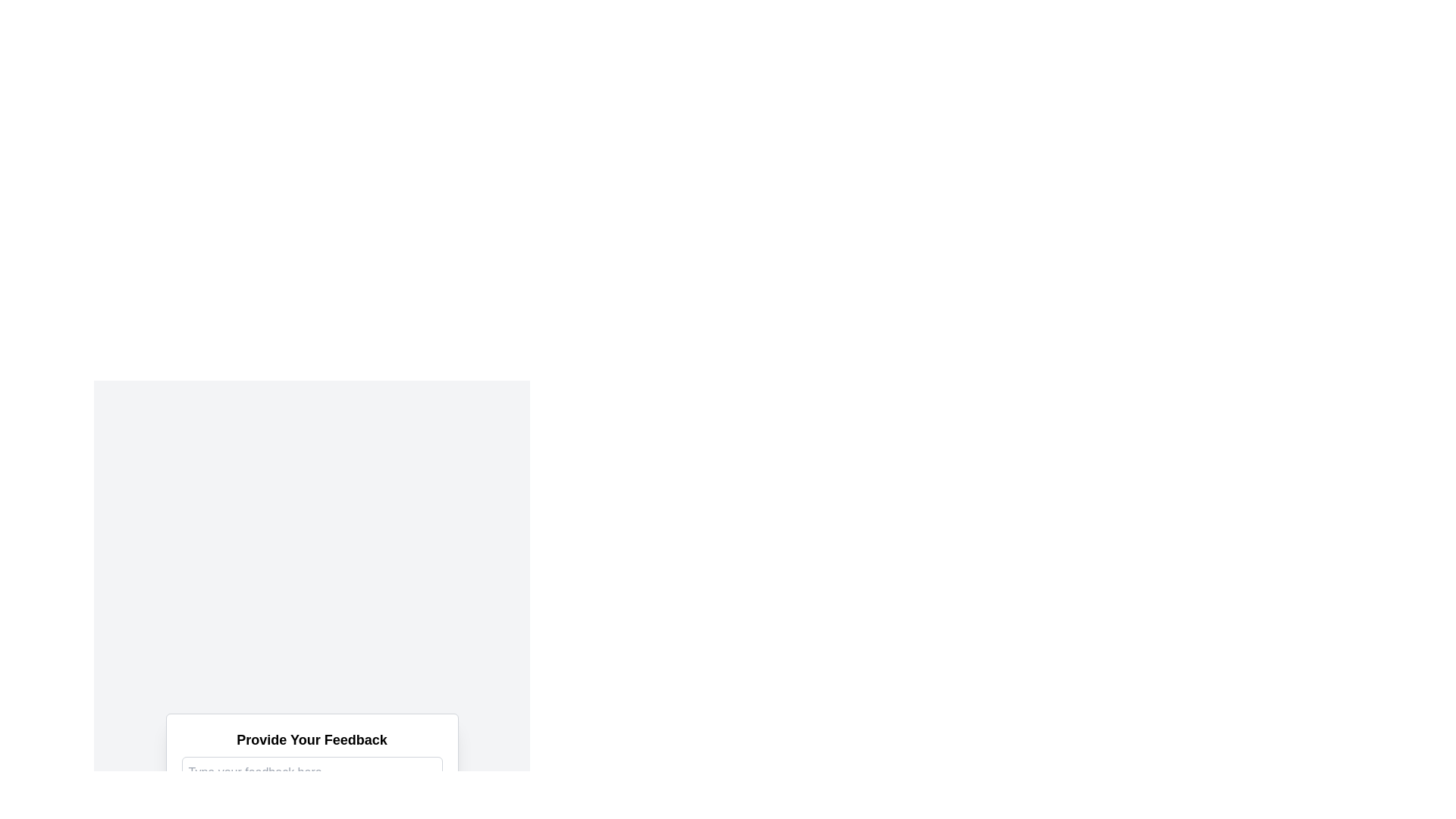  What do you see at coordinates (311, 739) in the screenshot?
I see `the Text Header that serves as a title indicating the purpose of the feedback section, positioned above the feedback text input box and the 'Submit' and 'Cancel' buttons` at bounding box center [311, 739].